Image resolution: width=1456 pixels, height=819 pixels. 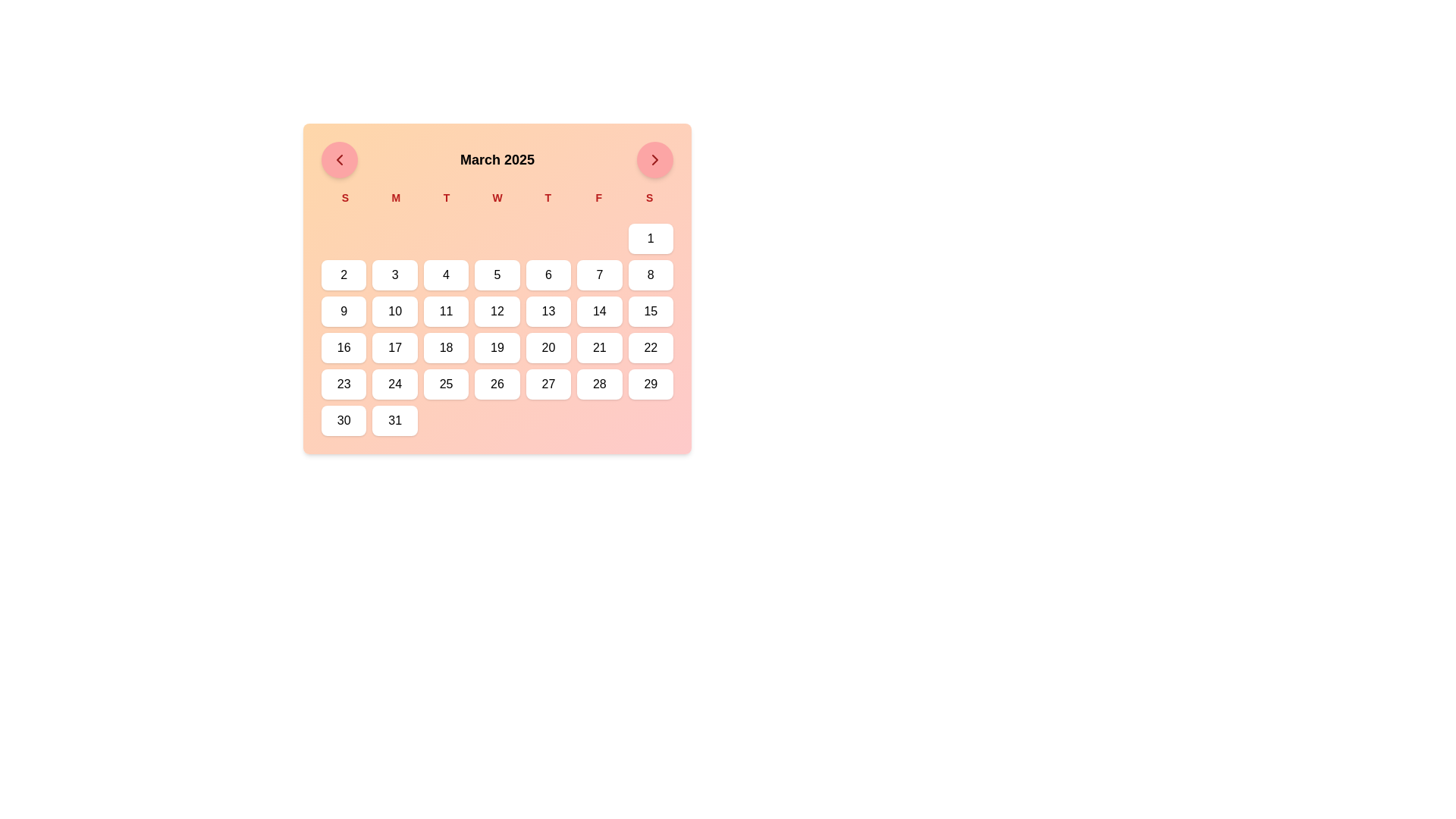 What do you see at coordinates (548, 348) in the screenshot?
I see `the button that selects the date '20'` at bounding box center [548, 348].